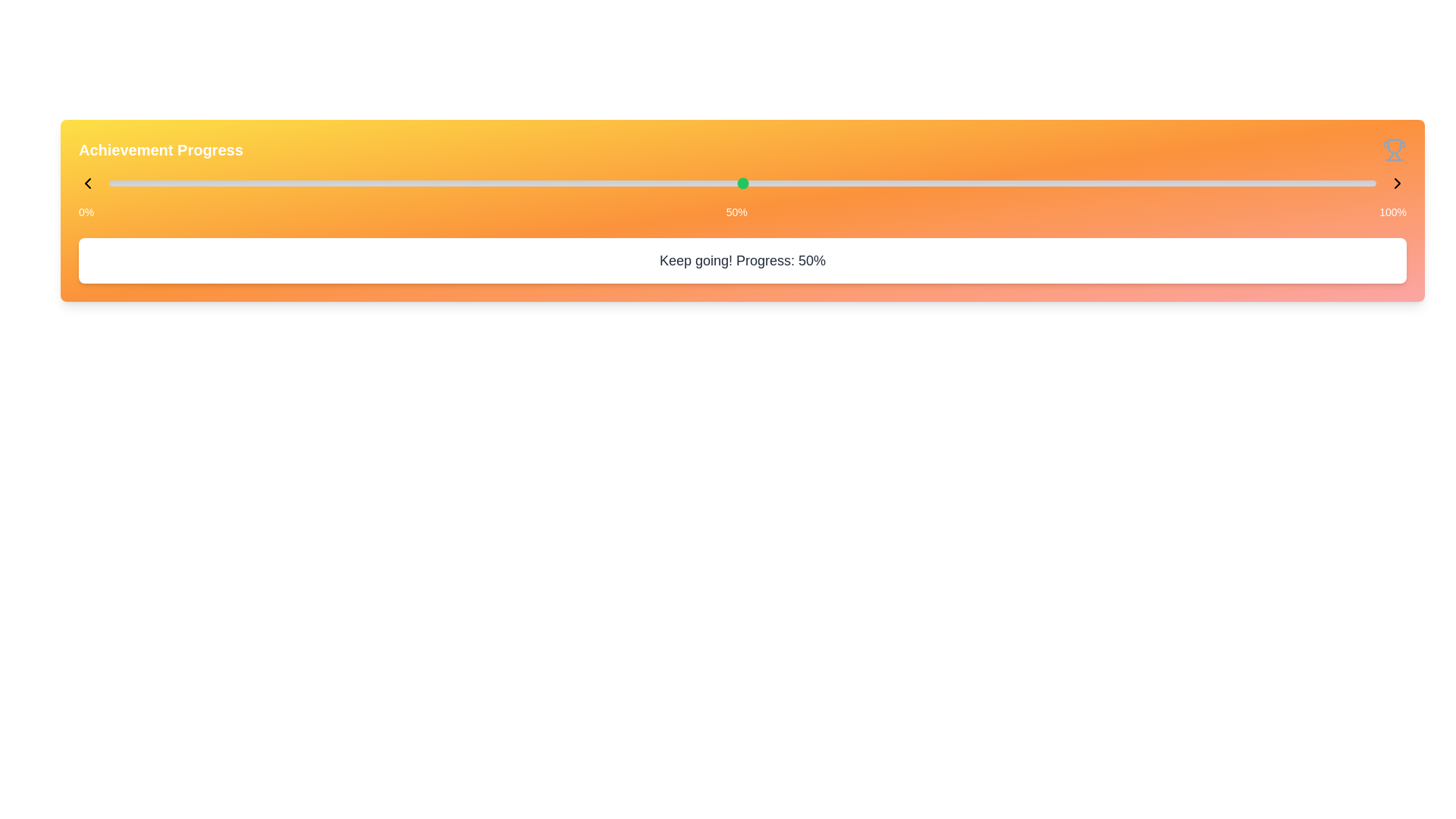 This screenshot has width=1456, height=819. What do you see at coordinates (86, 183) in the screenshot?
I see `the navigational button located at the top-left corner of the progress bar interface, next to the text 'Achievement Progress'` at bounding box center [86, 183].